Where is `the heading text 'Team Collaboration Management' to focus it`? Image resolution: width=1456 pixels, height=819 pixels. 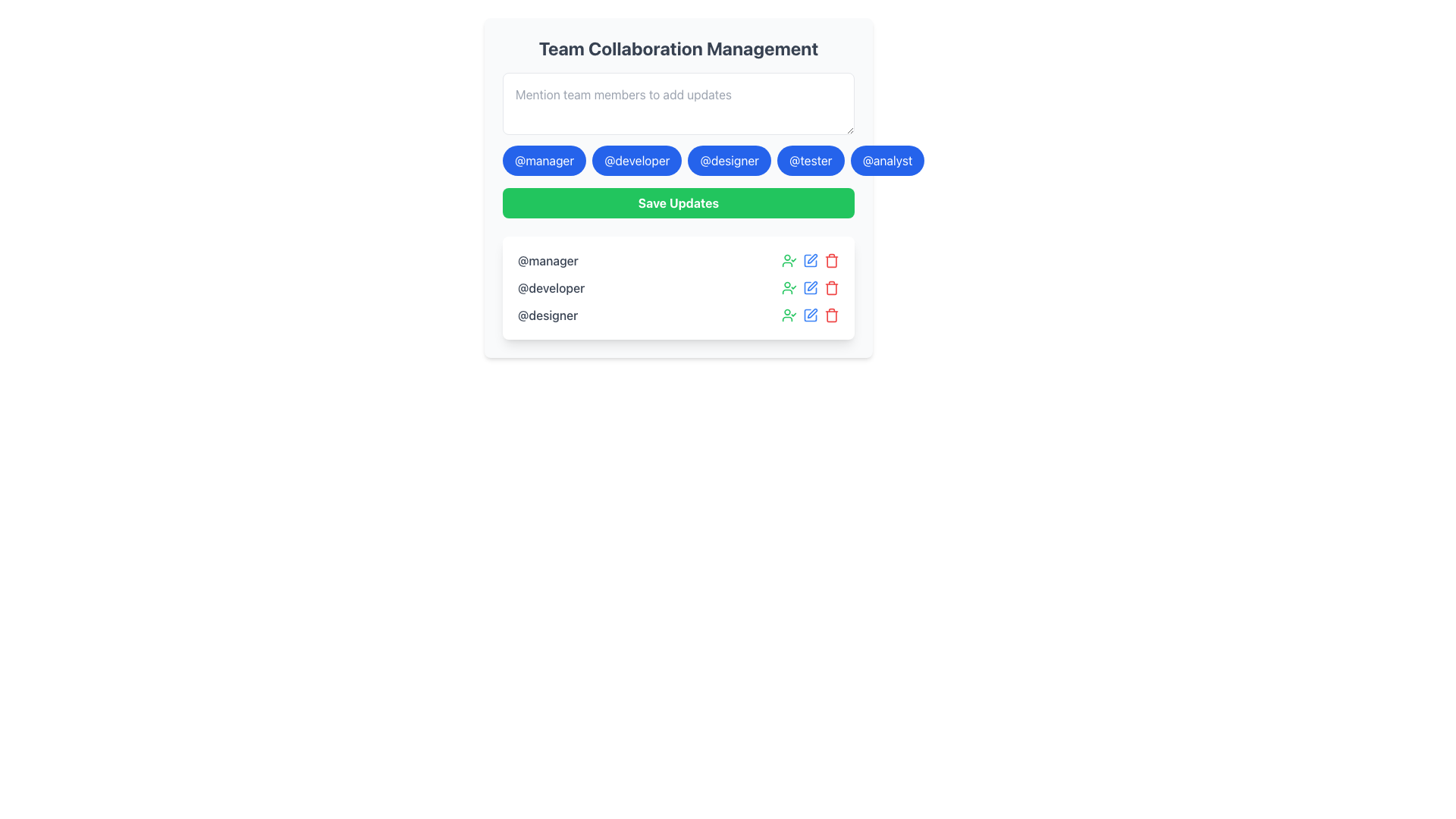
the heading text 'Team Collaboration Management' to focus it is located at coordinates (677, 48).